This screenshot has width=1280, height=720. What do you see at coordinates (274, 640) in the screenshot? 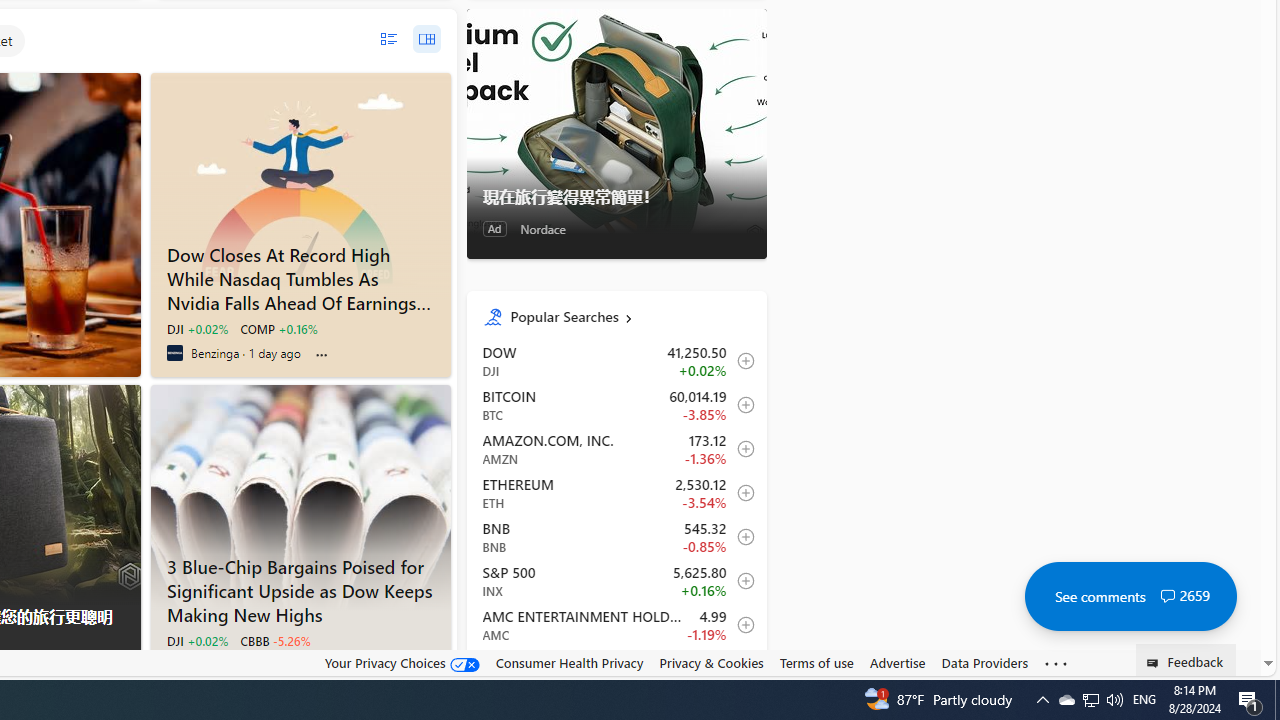
I see `'CBBB -5.26%'` at bounding box center [274, 640].